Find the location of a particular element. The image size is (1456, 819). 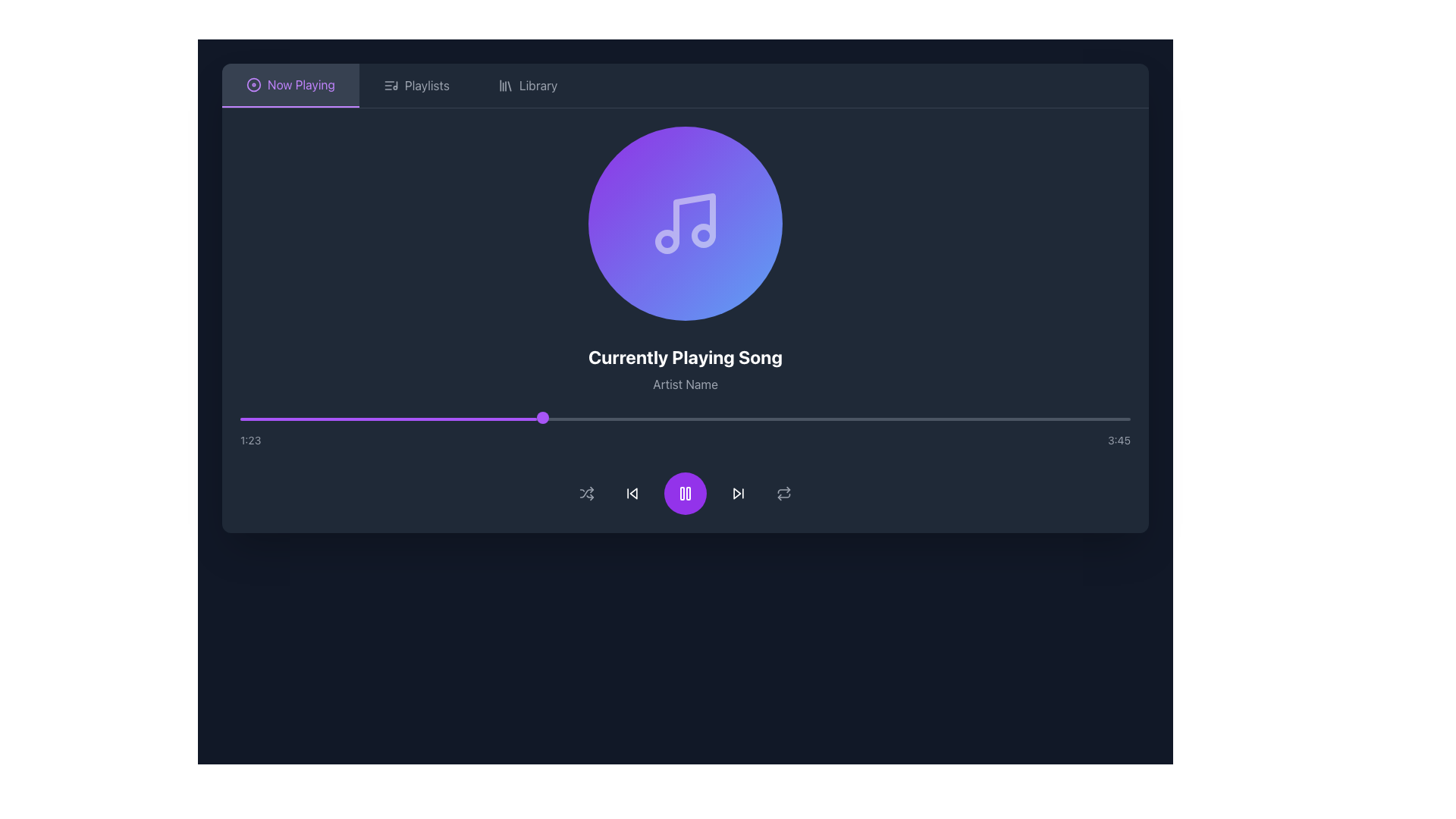

the playback position is located at coordinates (726, 419).